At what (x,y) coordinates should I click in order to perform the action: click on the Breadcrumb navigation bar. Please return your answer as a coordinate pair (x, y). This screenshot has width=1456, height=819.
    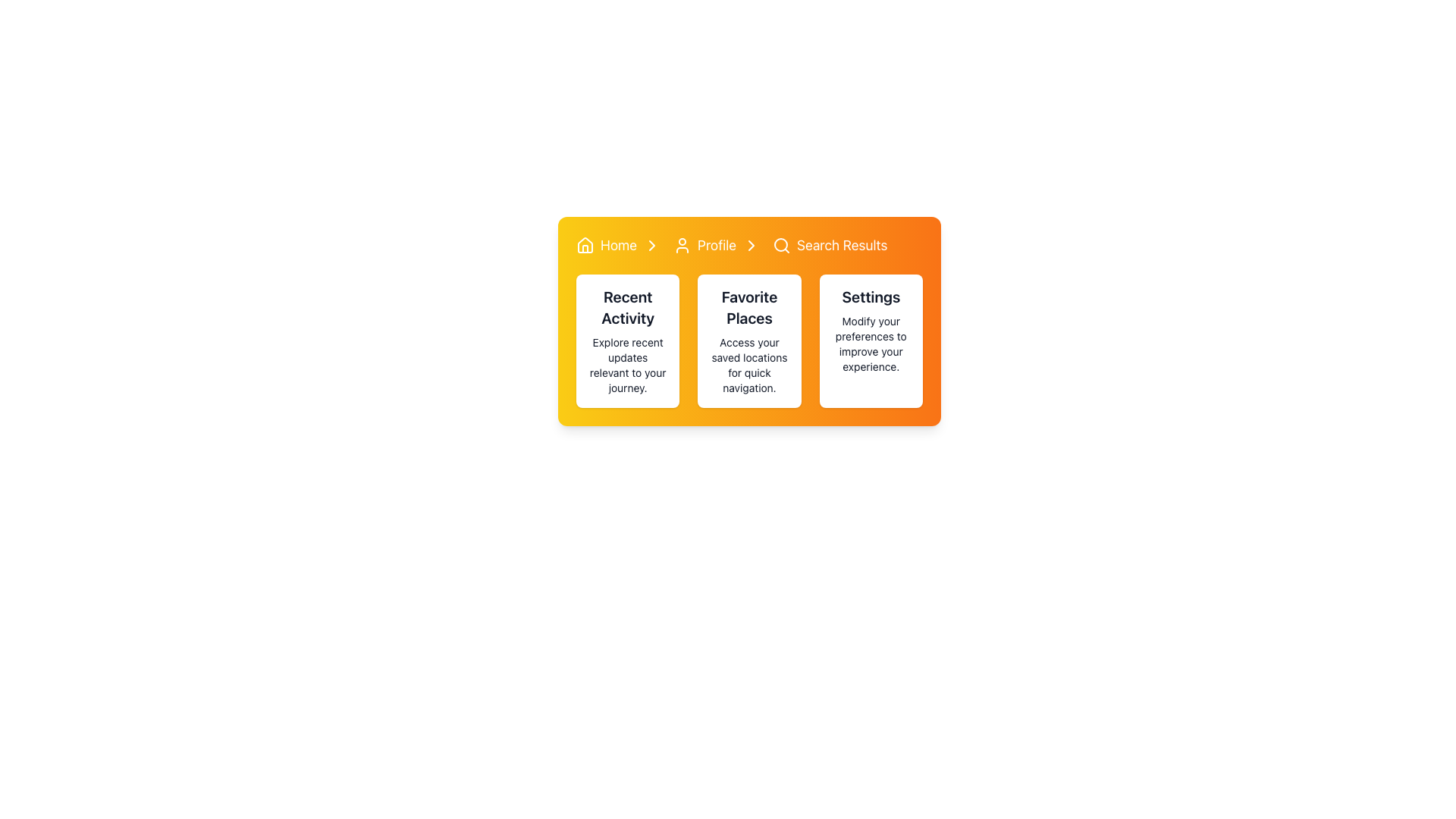
    Looking at the image, I should click on (749, 245).